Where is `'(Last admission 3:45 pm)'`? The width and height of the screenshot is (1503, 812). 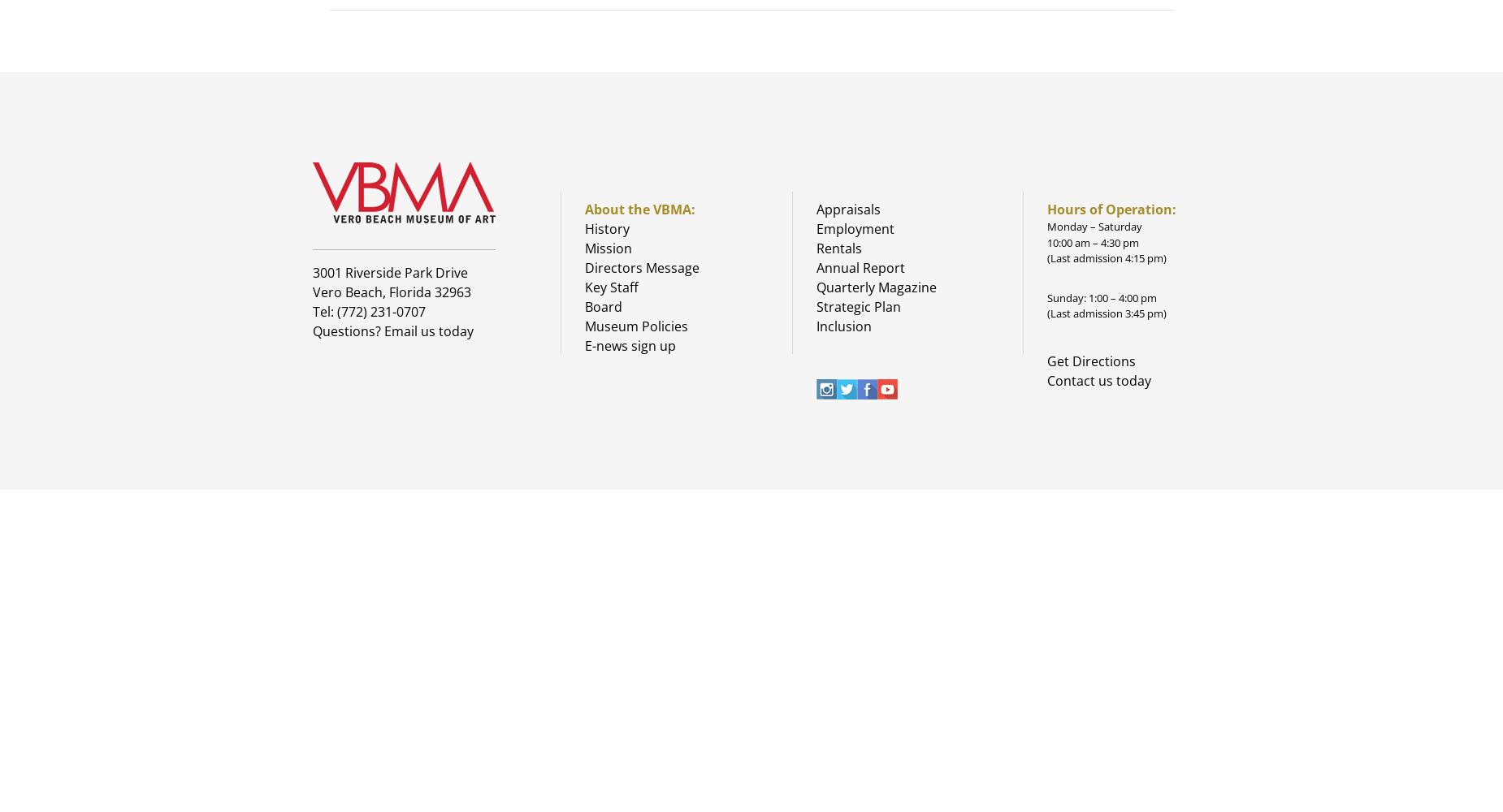
'(Last admission 3:45 pm)' is located at coordinates (1106, 313).